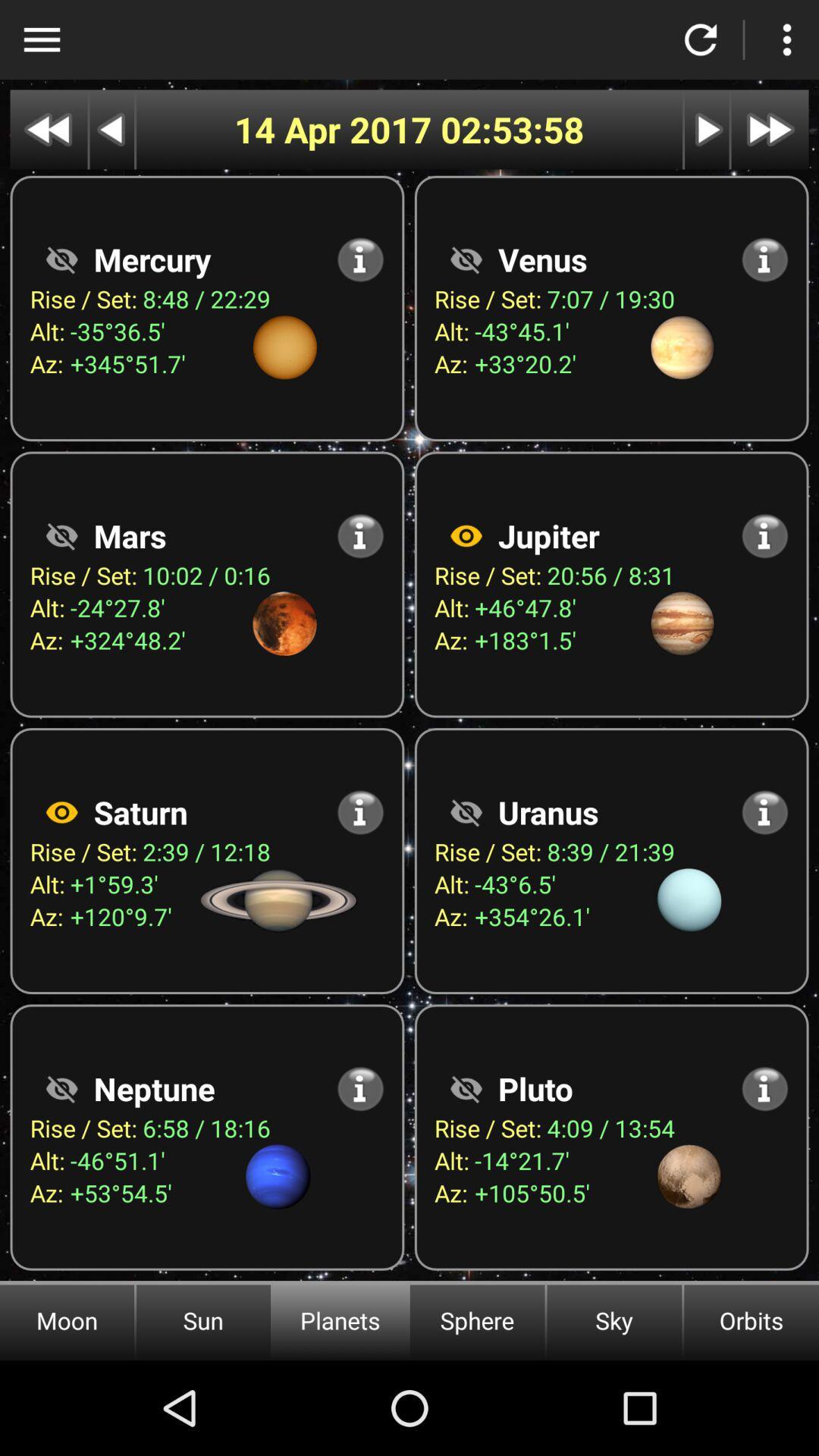 The width and height of the screenshot is (819, 1456). What do you see at coordinates (764, 535) in the screenshot?
I see `the info icon` at bounding box center [764, 535].